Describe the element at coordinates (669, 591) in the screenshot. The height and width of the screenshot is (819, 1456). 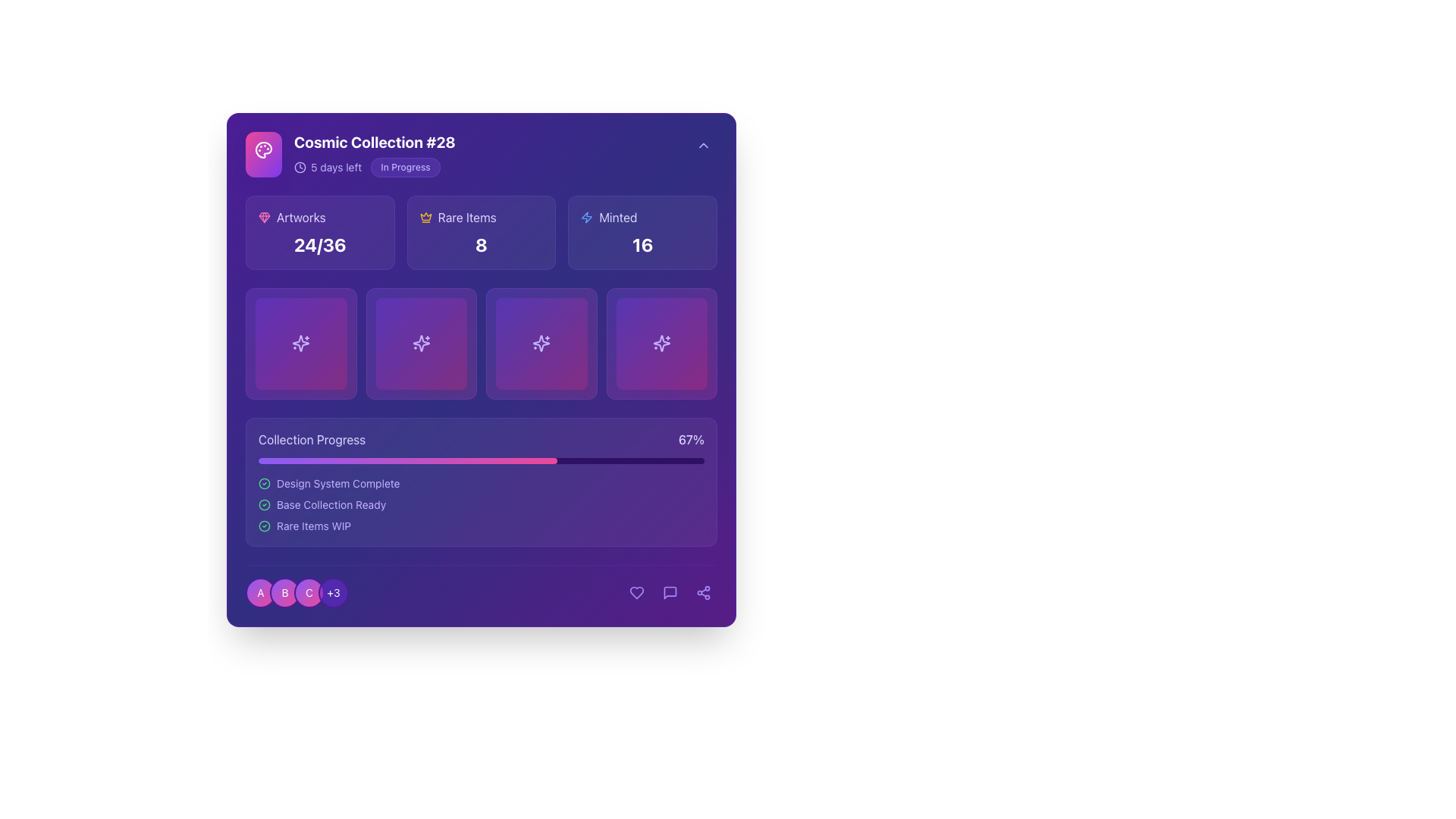
I see `the interactive comment icon with a violet outline located at the bottom-right corner of the panel` at that location.